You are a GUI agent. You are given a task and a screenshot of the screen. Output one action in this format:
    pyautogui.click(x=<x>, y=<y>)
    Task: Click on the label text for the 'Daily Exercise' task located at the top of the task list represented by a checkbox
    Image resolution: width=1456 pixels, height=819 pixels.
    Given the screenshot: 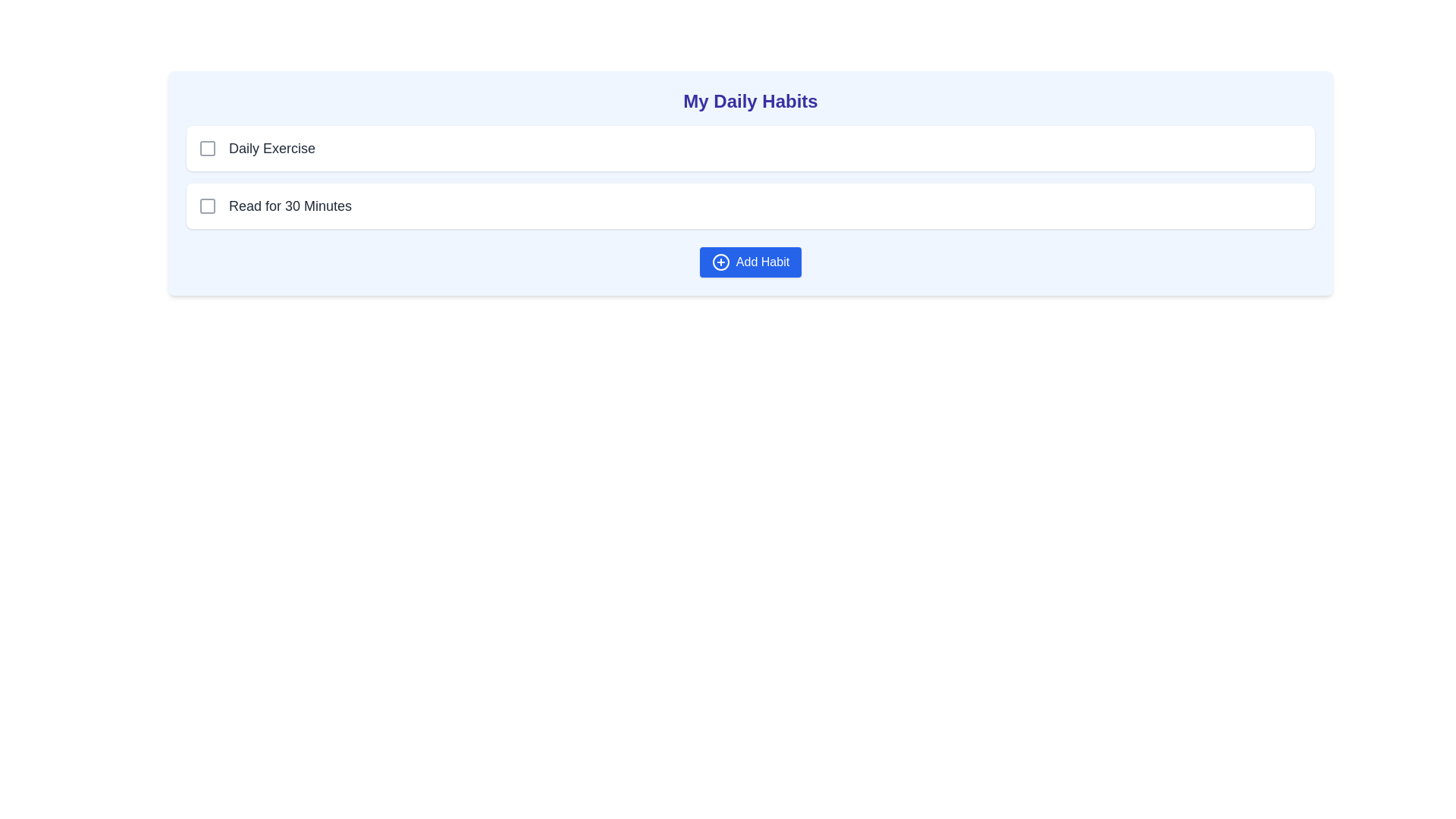 What is the action you would take?
    pyautogui.click(x=257, y=149)
    